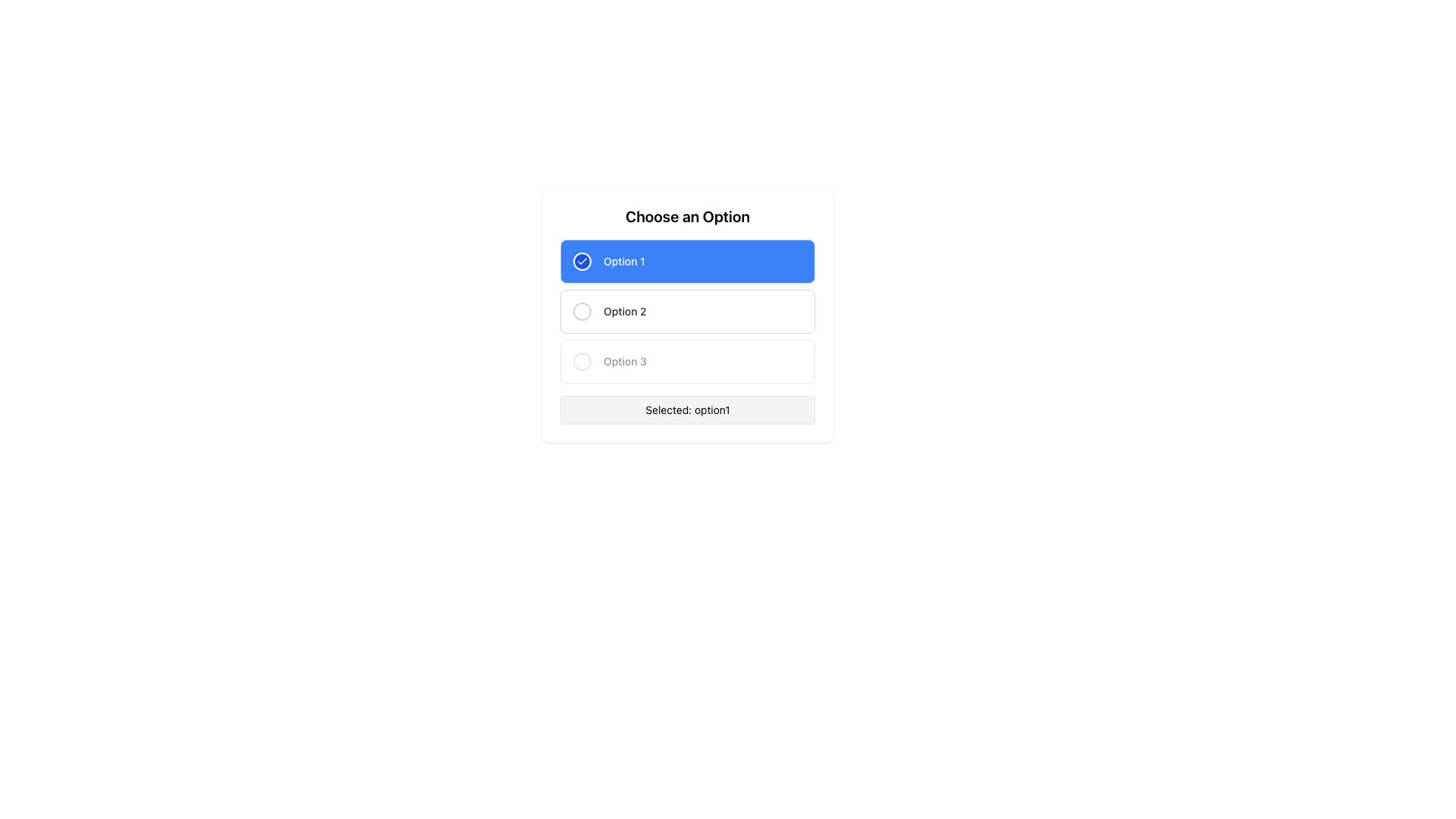  Describe the element at coordinates (687, 260) in the screenshot. I see `the first radio button labeled 'Choose an Option'` at that location.